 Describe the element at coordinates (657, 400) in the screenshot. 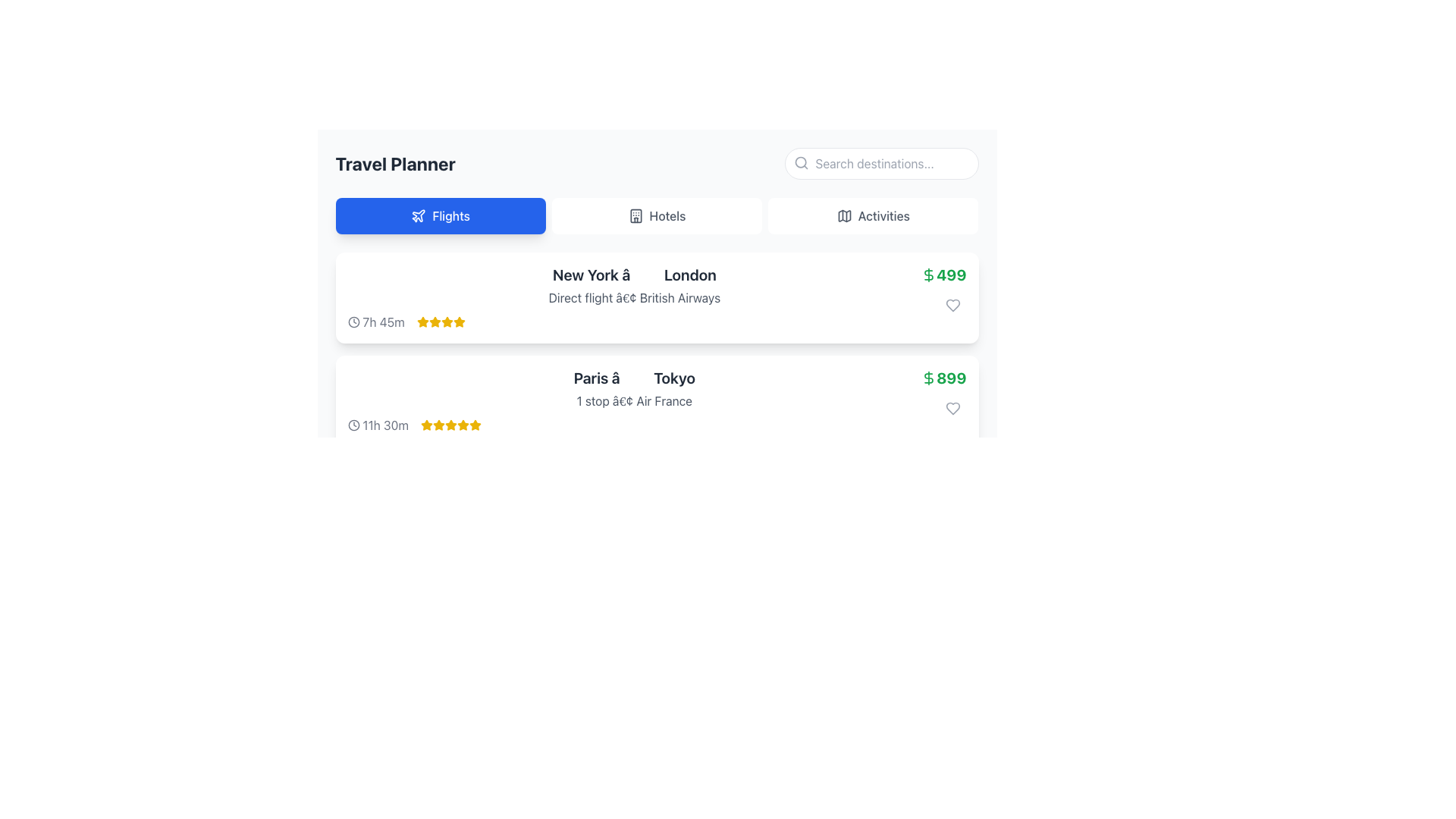

I see `the flight listing item that displays details about a flight from Paris to Tokyo, including the title 'Paris → Tokyo', features '1 stop • Air France', duration '11h 30m', and price '$899'` at that location.